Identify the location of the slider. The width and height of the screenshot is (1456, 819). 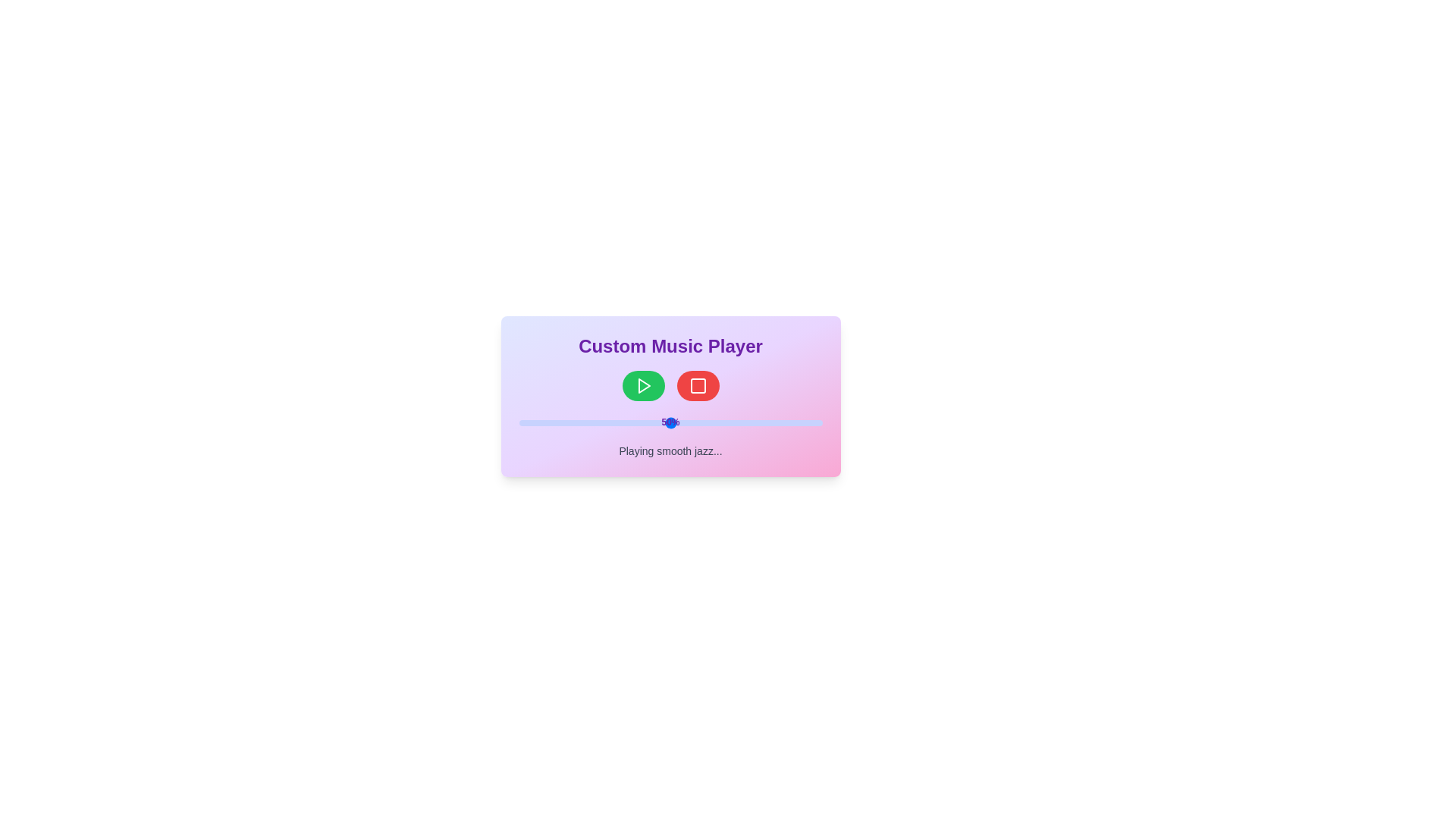
(679, 423).